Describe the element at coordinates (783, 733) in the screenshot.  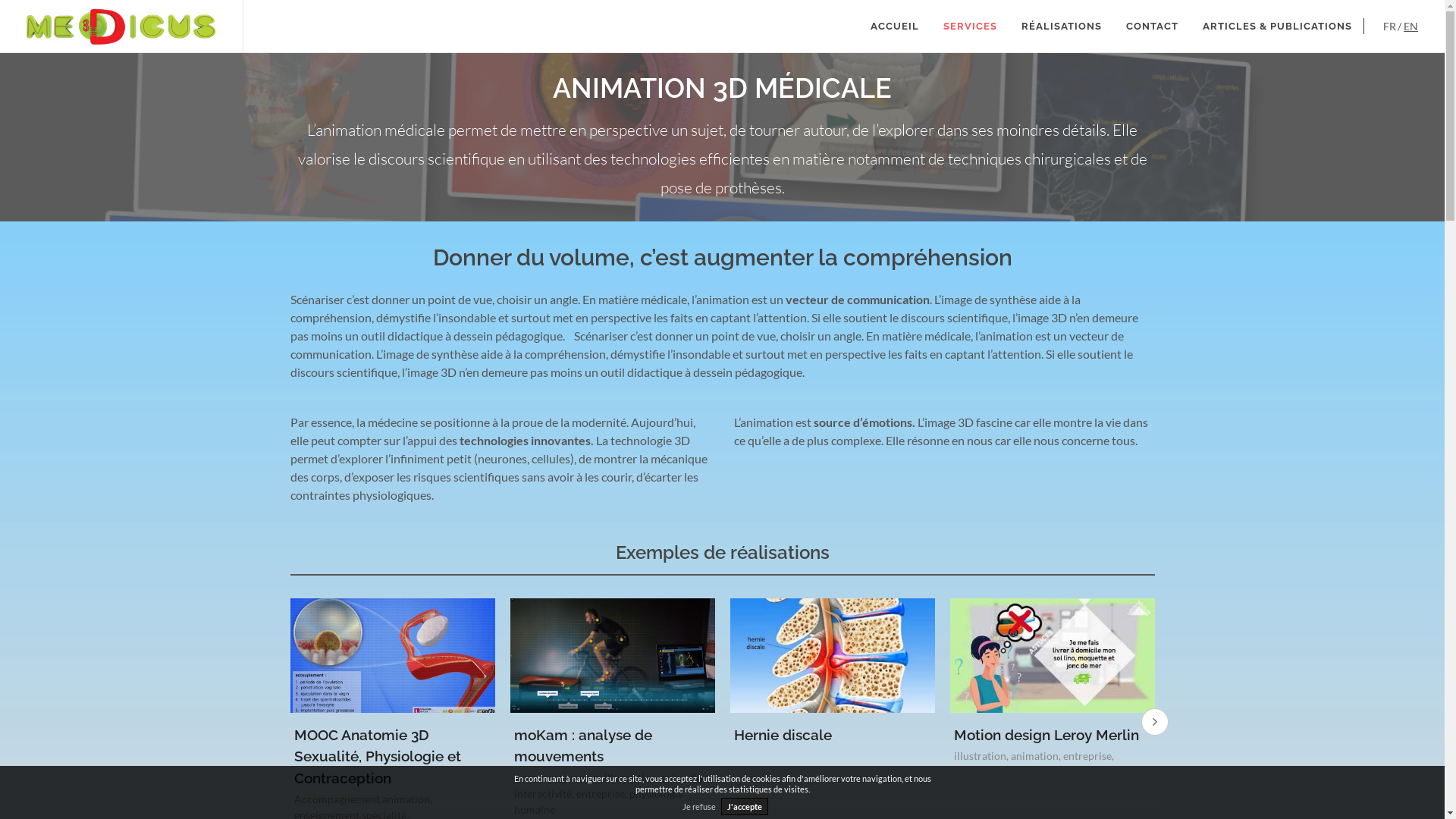
I see `'Hernie discale'` at that location.